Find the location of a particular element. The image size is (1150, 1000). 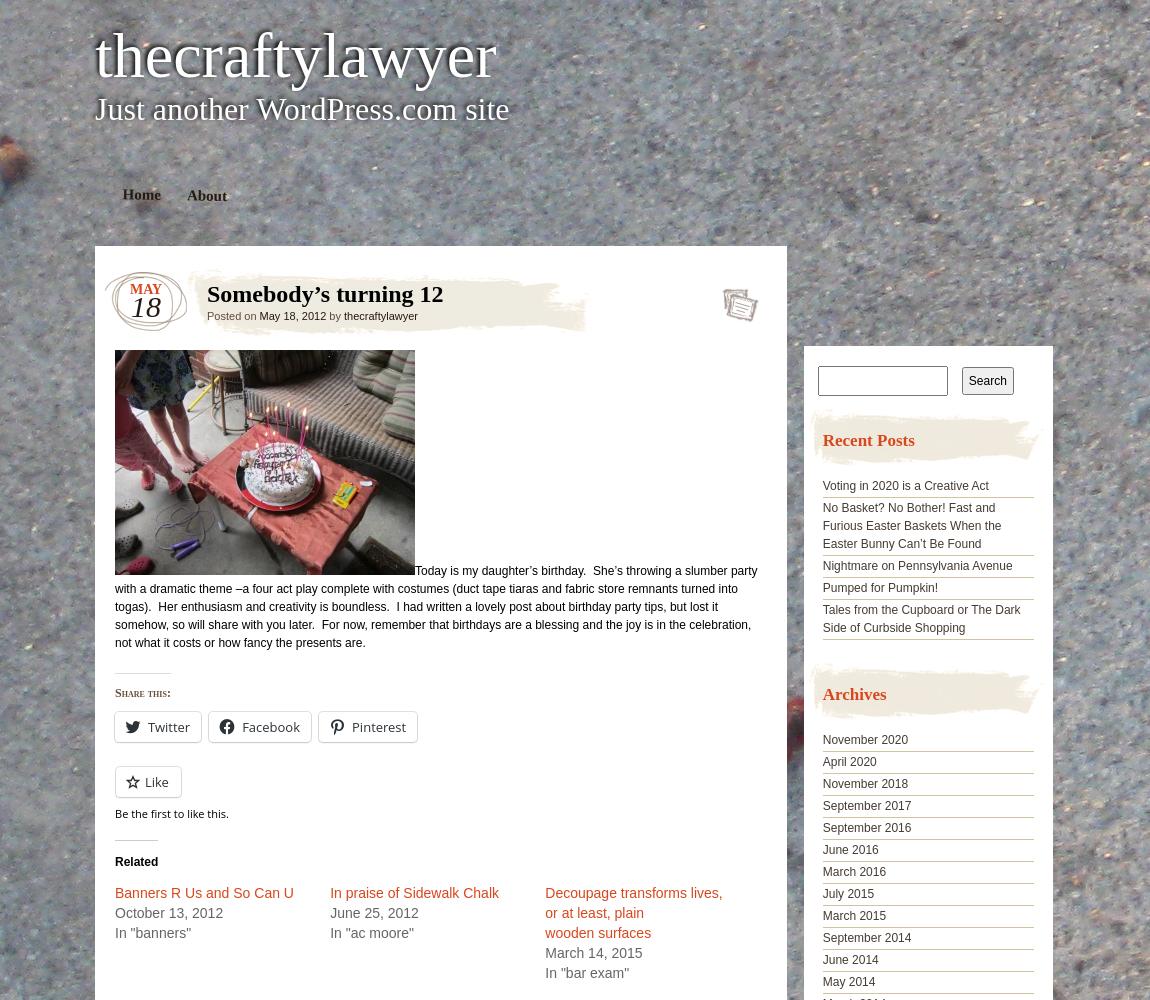

'Recent Posts' is located at coordinates (821, 439).